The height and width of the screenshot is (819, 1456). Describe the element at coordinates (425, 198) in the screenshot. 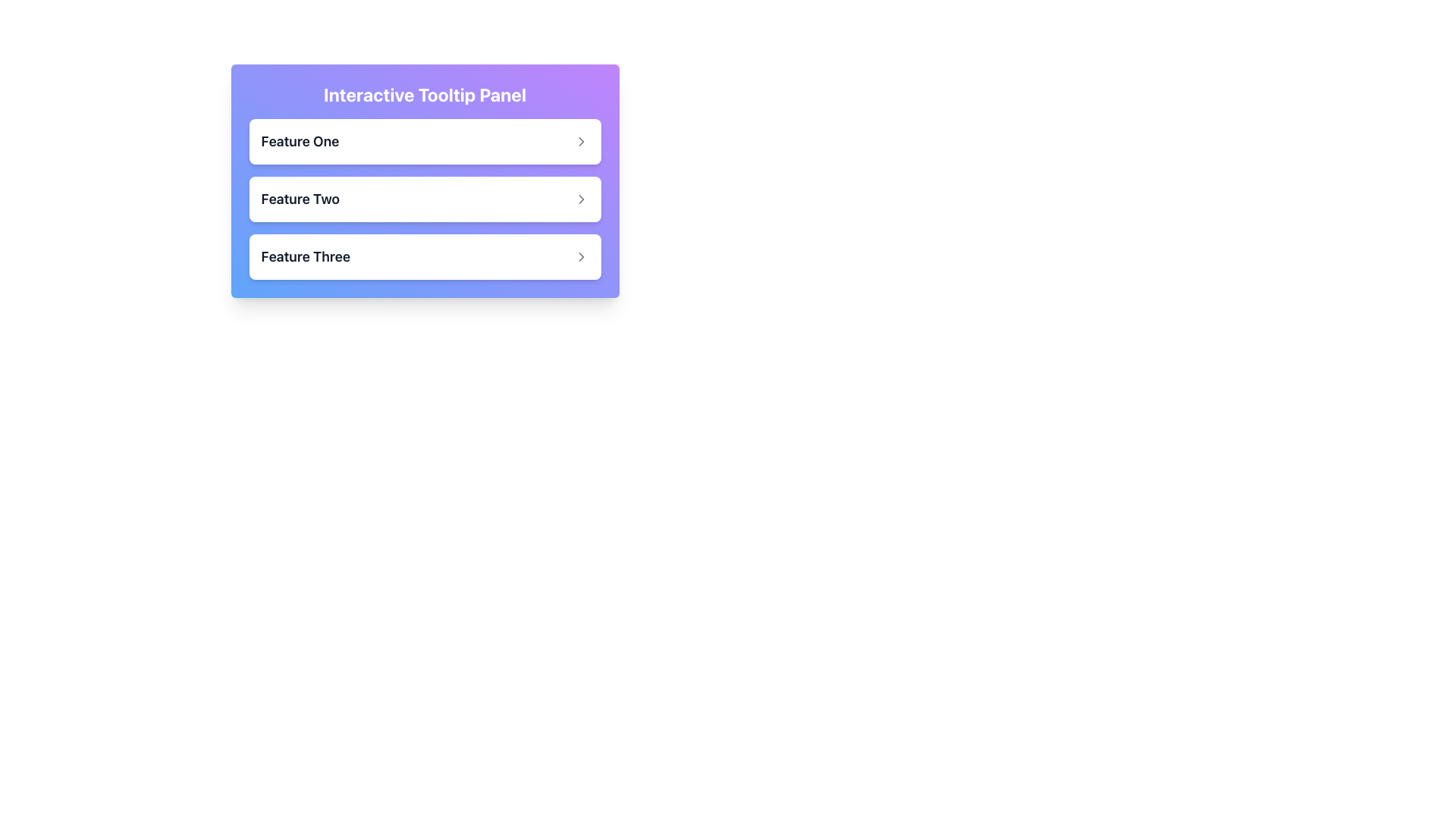

I see `the card-like UI element labeled 'Feature Two'` at that location.